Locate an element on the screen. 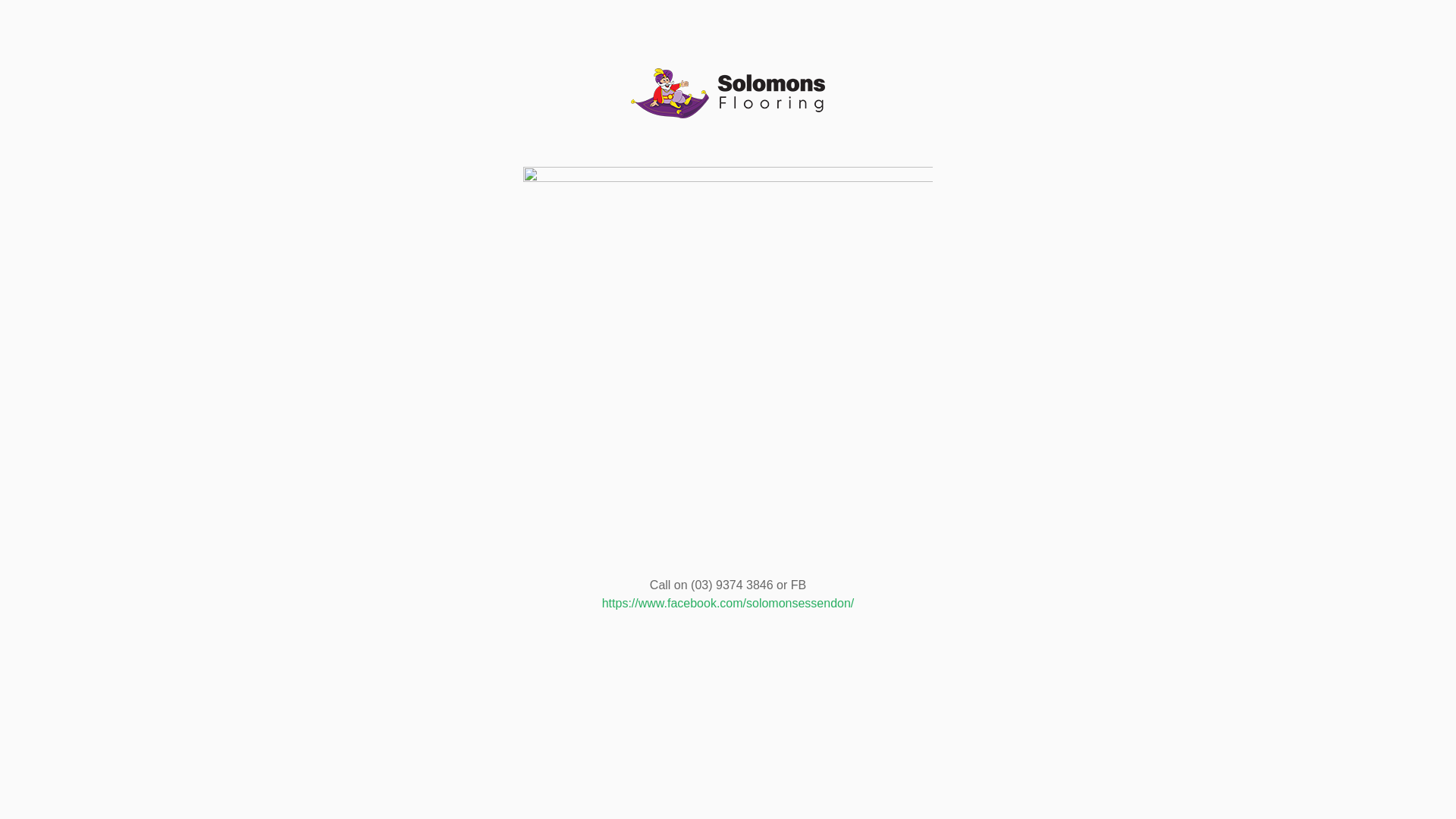  'https://www.facebook.com/solomonsessendon/' is located at coordinates (728, 602).